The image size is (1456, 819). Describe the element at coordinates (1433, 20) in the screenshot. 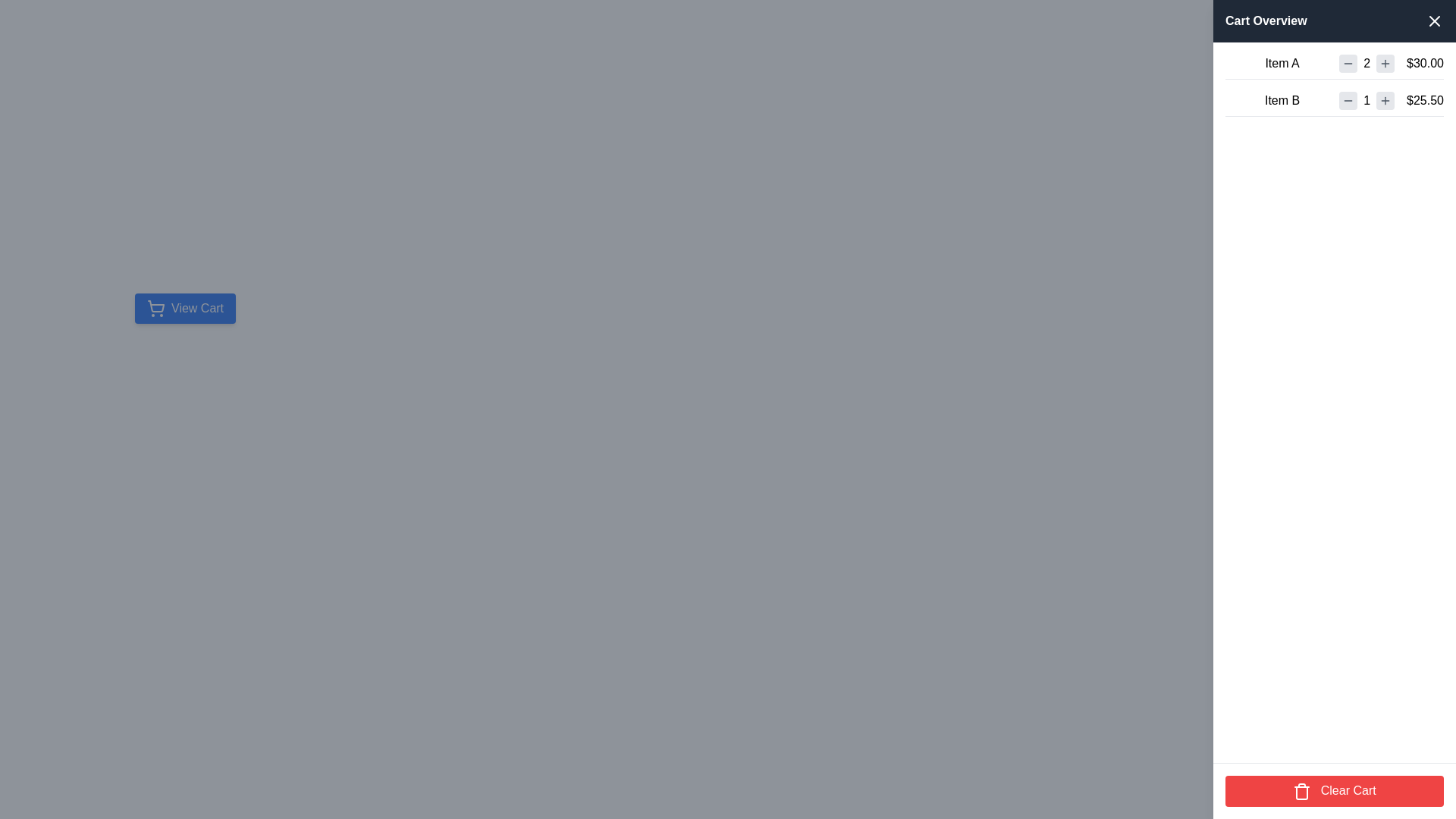

I see `the 'X' icon located at the top-right corner of the cart summary panel` at that location.